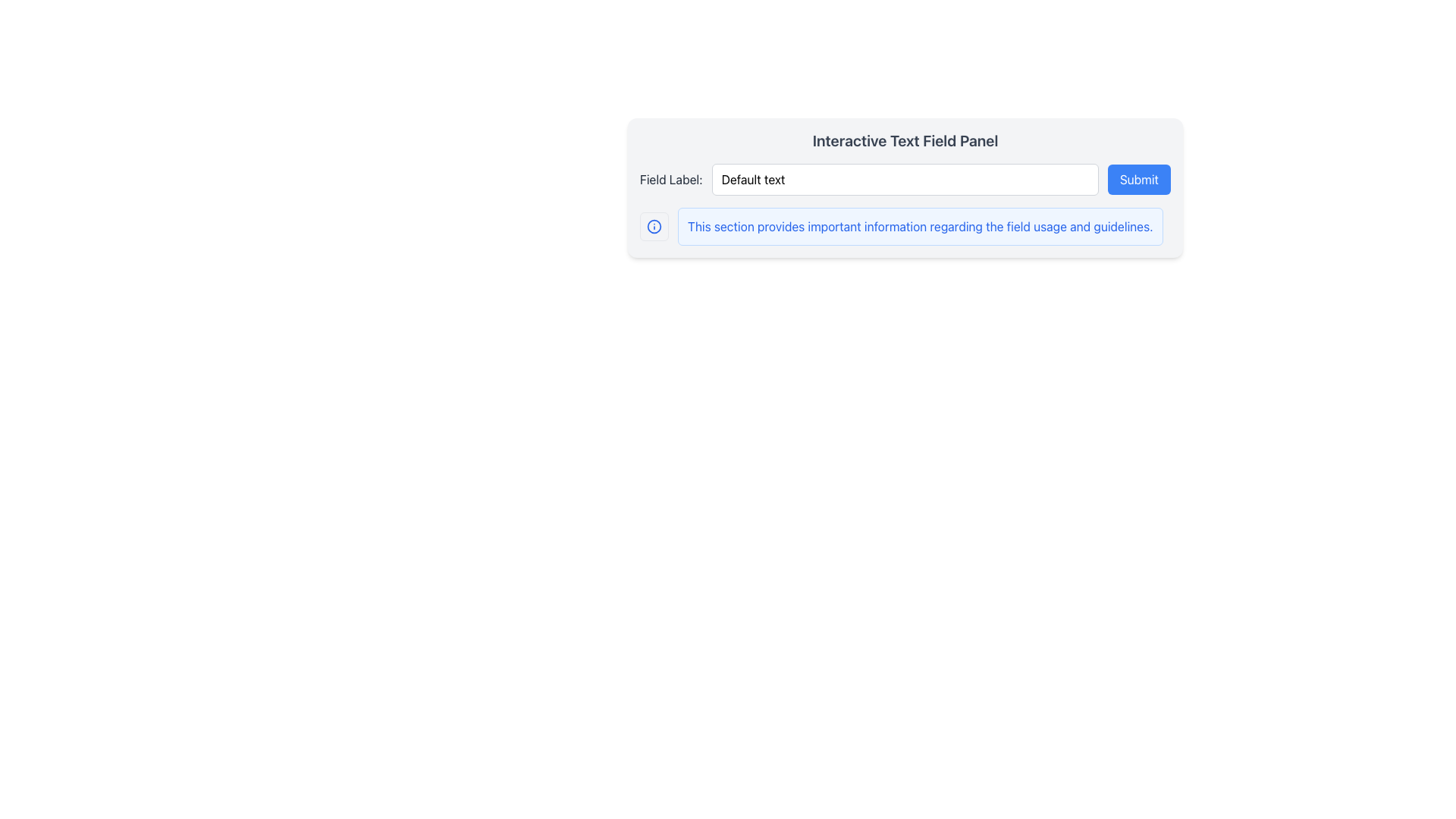 Image resolution: width=1456 pixels, height=819 pixels. I want to click on the circular button with a blue border and an info icon located on the left side of the text block, so click(654, 227).